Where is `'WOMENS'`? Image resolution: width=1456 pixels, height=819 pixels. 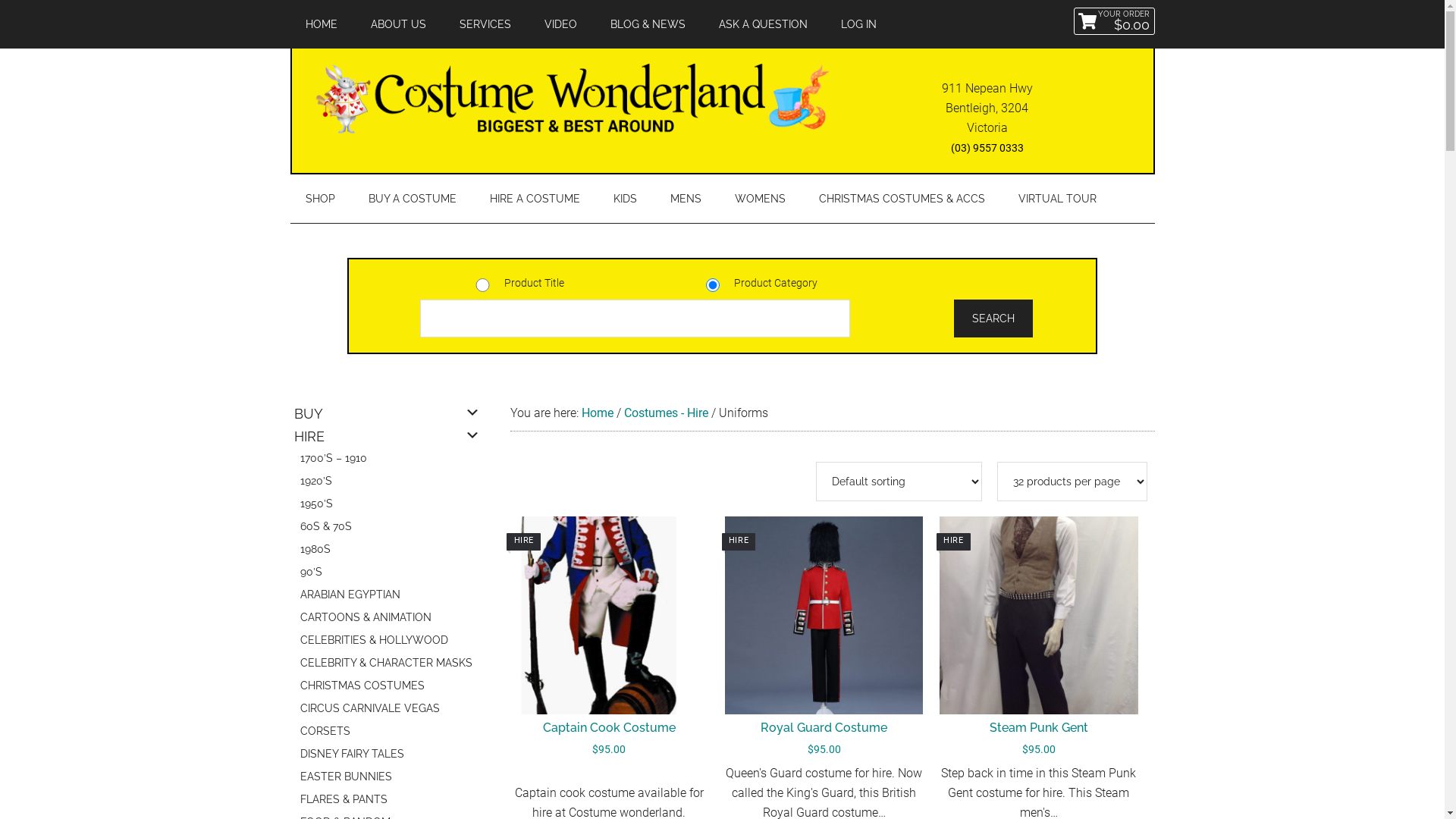
'WOMENS' is located at coordinates (759, 198).